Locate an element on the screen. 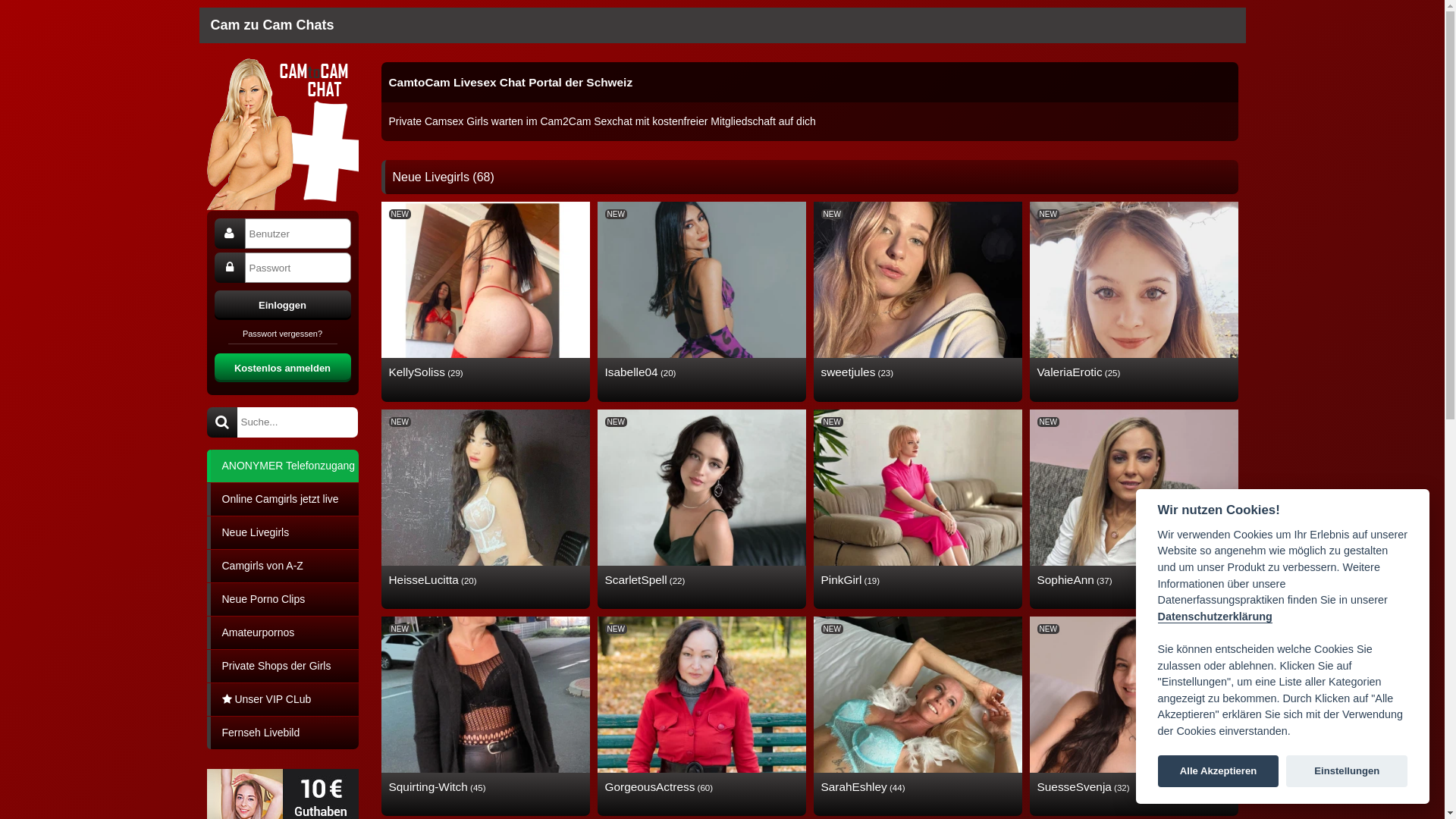 The image size is (1456, 819). 'Camgirls von A-Z' is located at coordinates (206, 565).